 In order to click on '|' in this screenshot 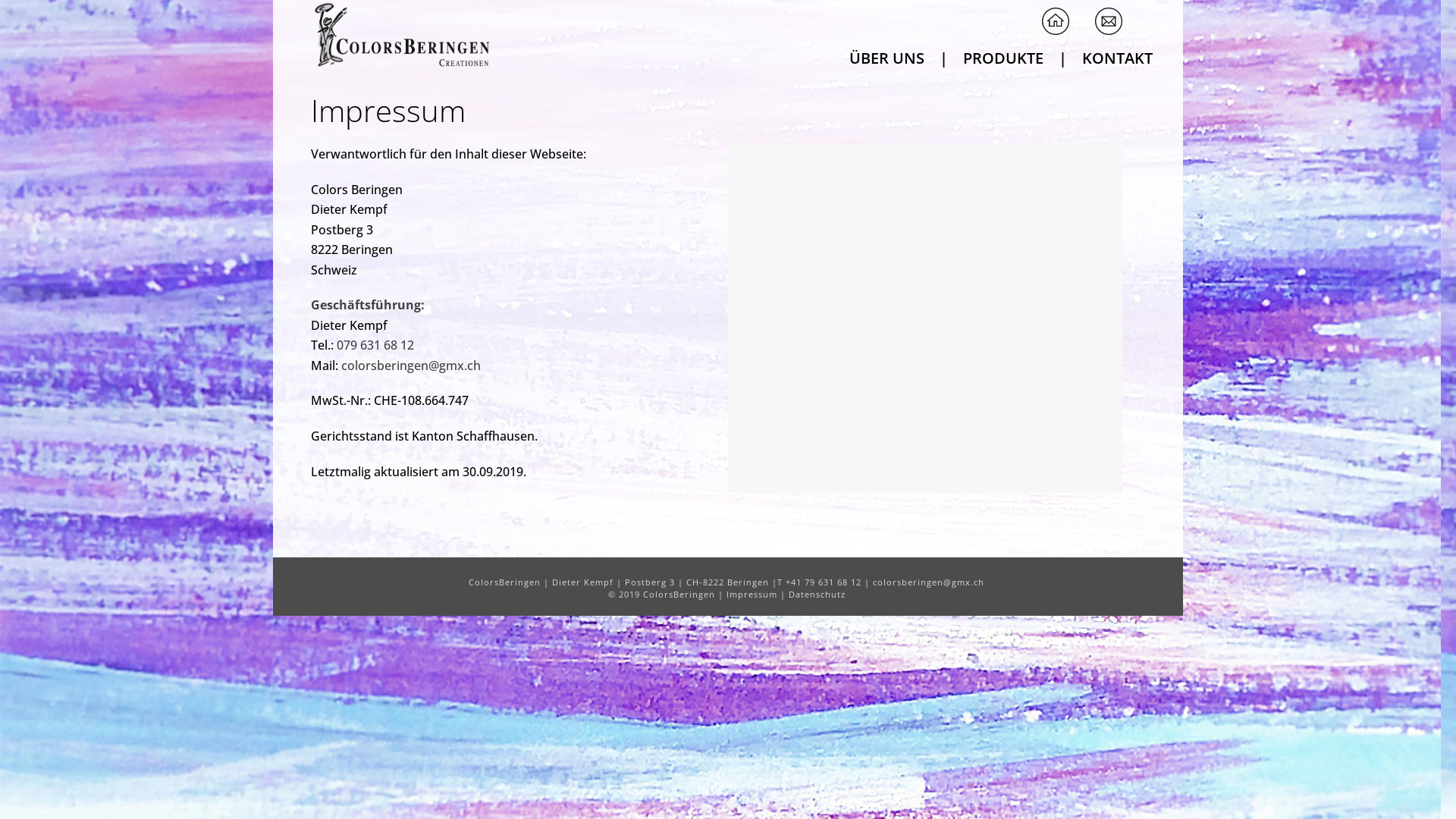, I will do `click(1062, 55)`.